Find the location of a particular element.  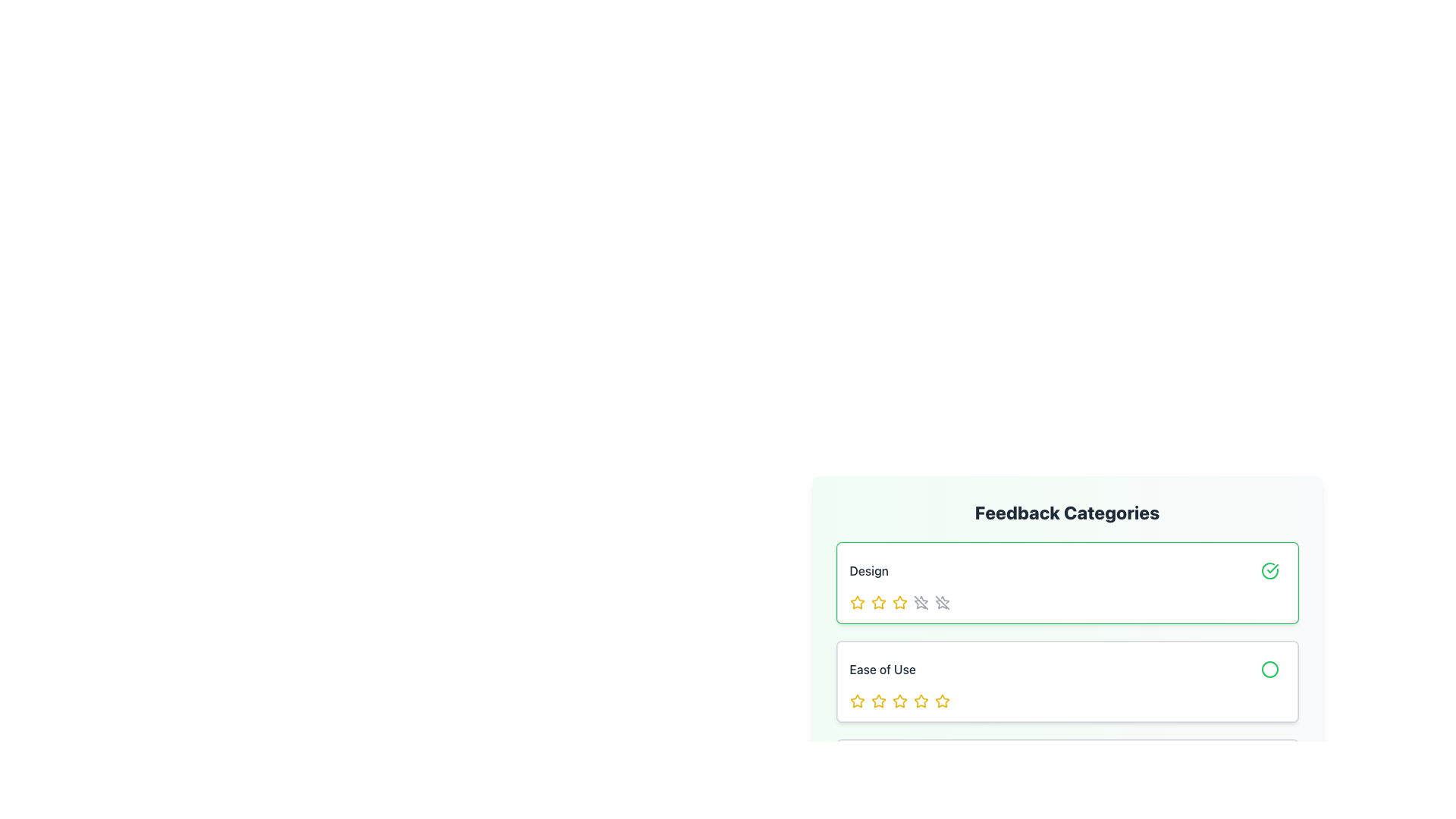

the second star in the 'Ease of Use' rating row is located at coordinates (920, 799).